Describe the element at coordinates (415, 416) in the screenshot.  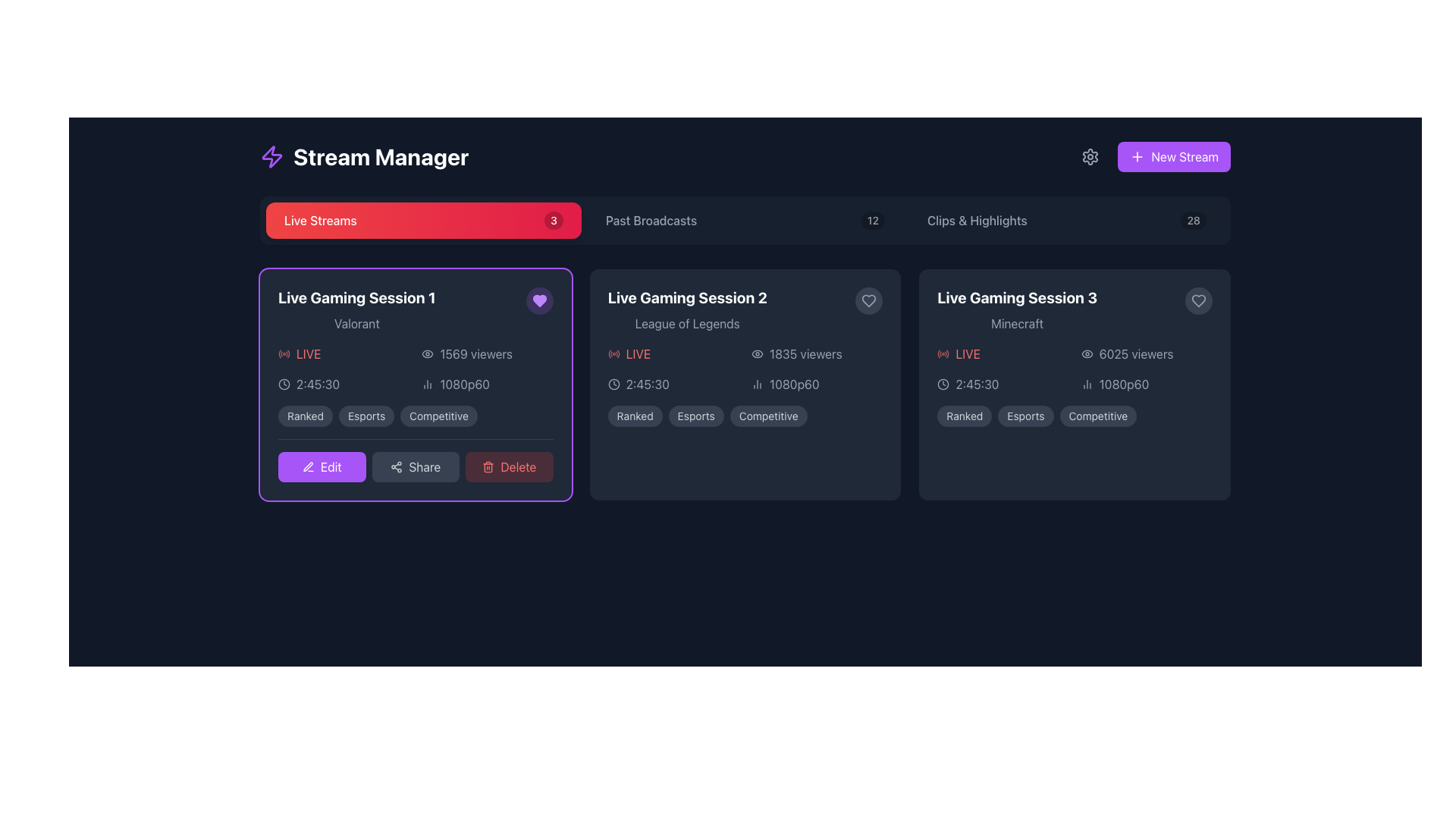
I see `the group of selectable tags labeled 'Ranked,' 'Esports,' and 'Competitive' for filtering or identification purposes` at that location.